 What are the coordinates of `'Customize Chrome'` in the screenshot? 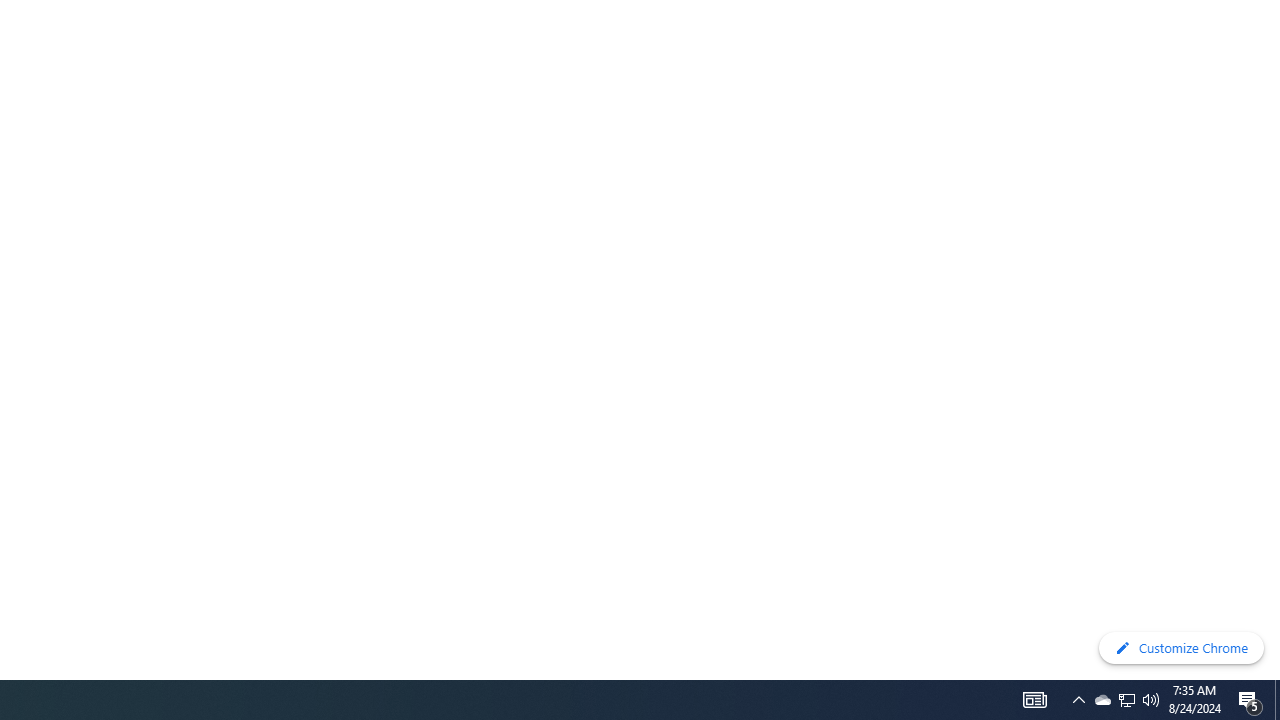 It's located at (1181, 648).